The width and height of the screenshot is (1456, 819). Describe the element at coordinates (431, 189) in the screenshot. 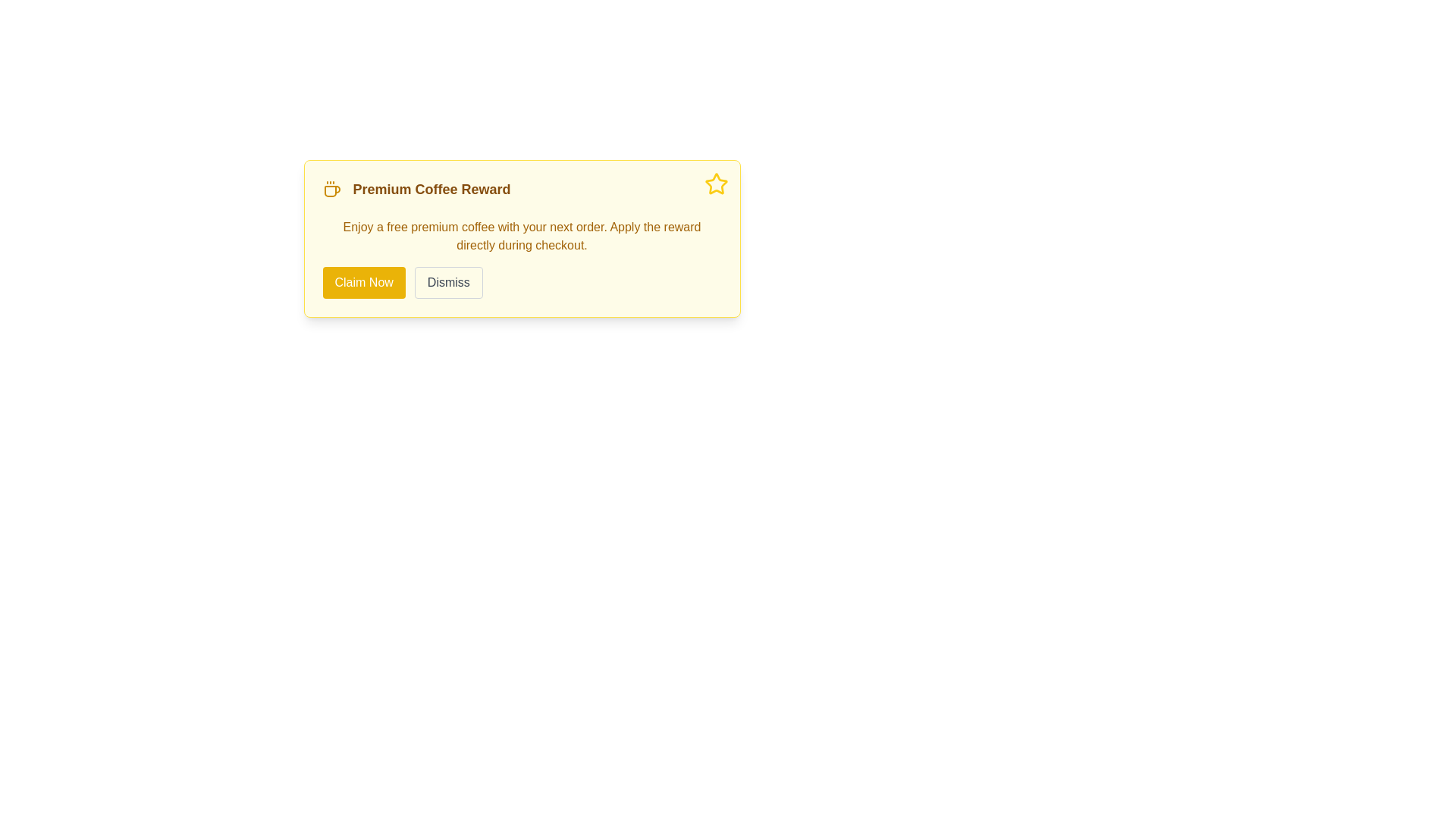

I see `the static text element that serves as the heading for the 'Premium Coffee Reward' notification offer, positioned in the upper region of the notification panel` at that location.